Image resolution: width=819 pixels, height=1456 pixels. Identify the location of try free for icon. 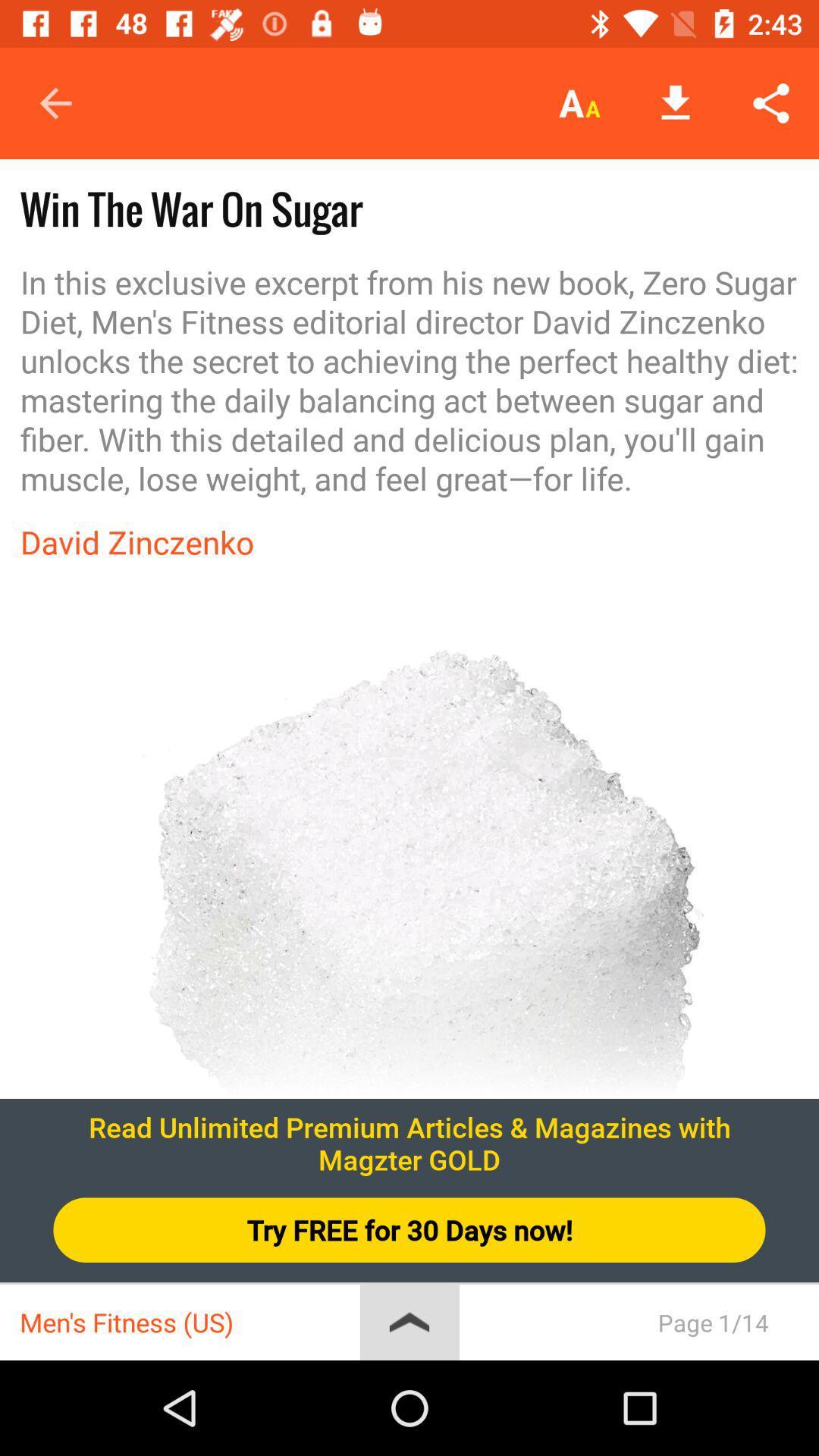
(409, 1230).